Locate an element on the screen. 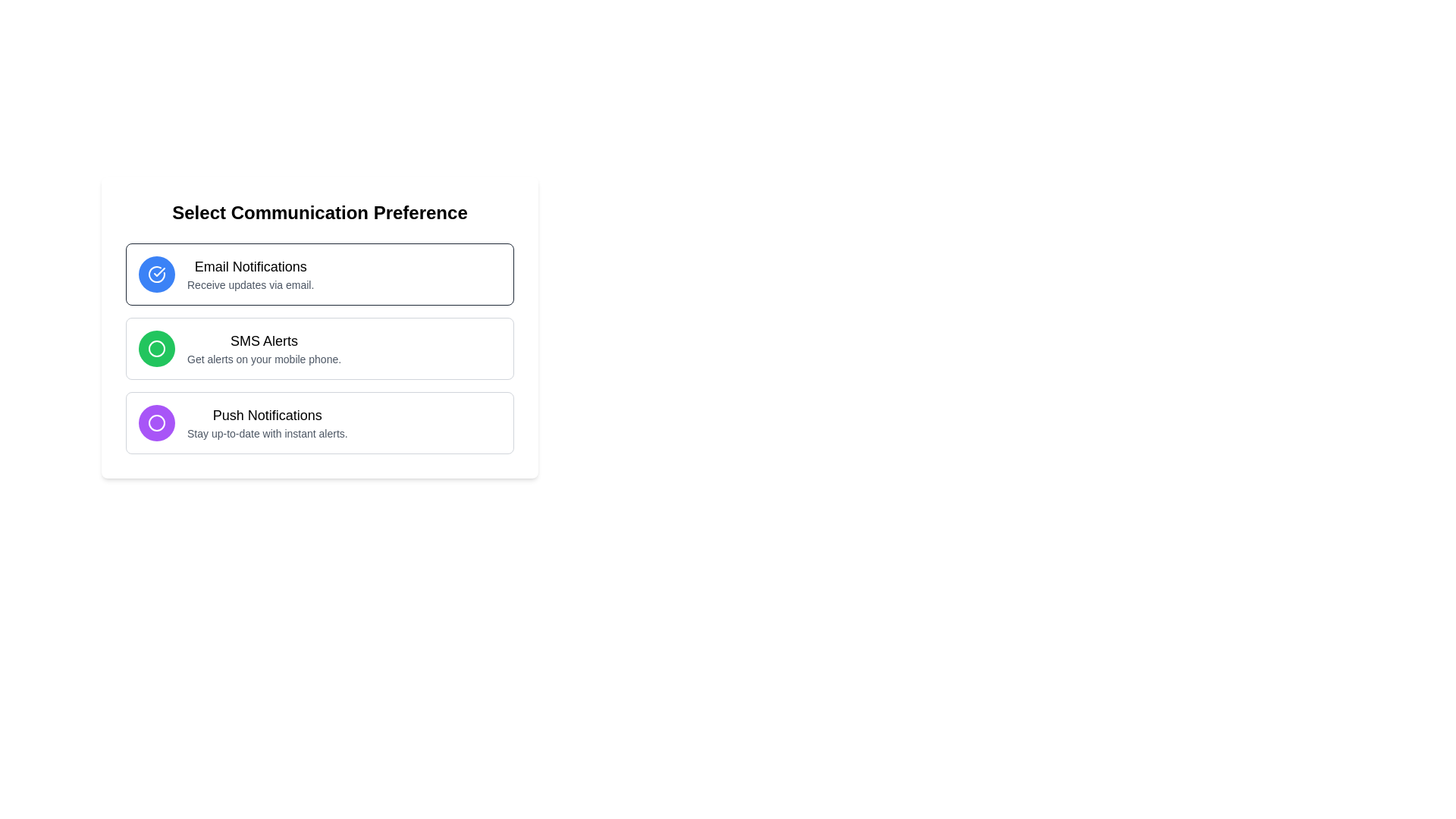 This screenshot has width=1456, height=819. the static text element displaying 'Get alerts on your mobile phone.' which is located below the 'SMS Alerts' label in the second card, aligned to the left of the green circular icon is located at coordinates (264, 359).